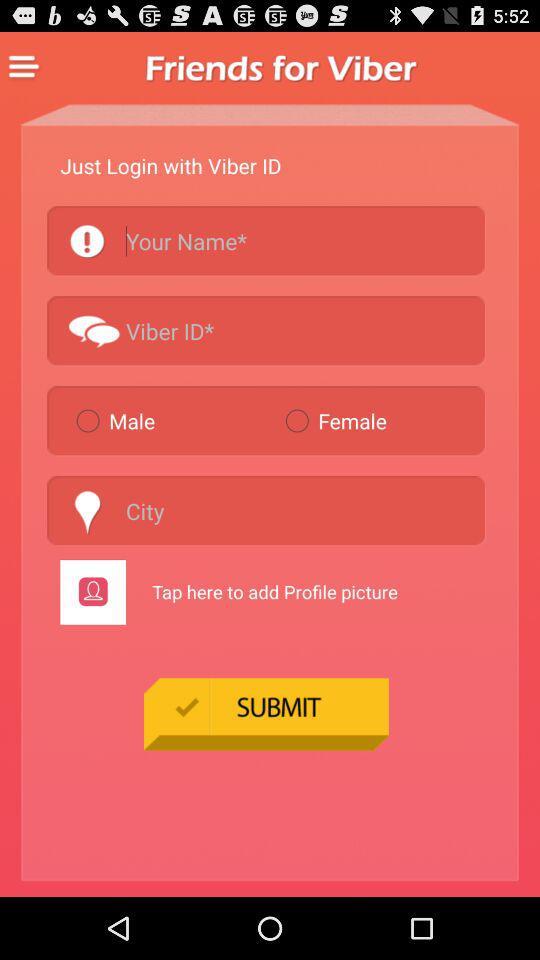  Describe the element at coordinates (381, 419) in the screenshot. I see `the female item` at that location.